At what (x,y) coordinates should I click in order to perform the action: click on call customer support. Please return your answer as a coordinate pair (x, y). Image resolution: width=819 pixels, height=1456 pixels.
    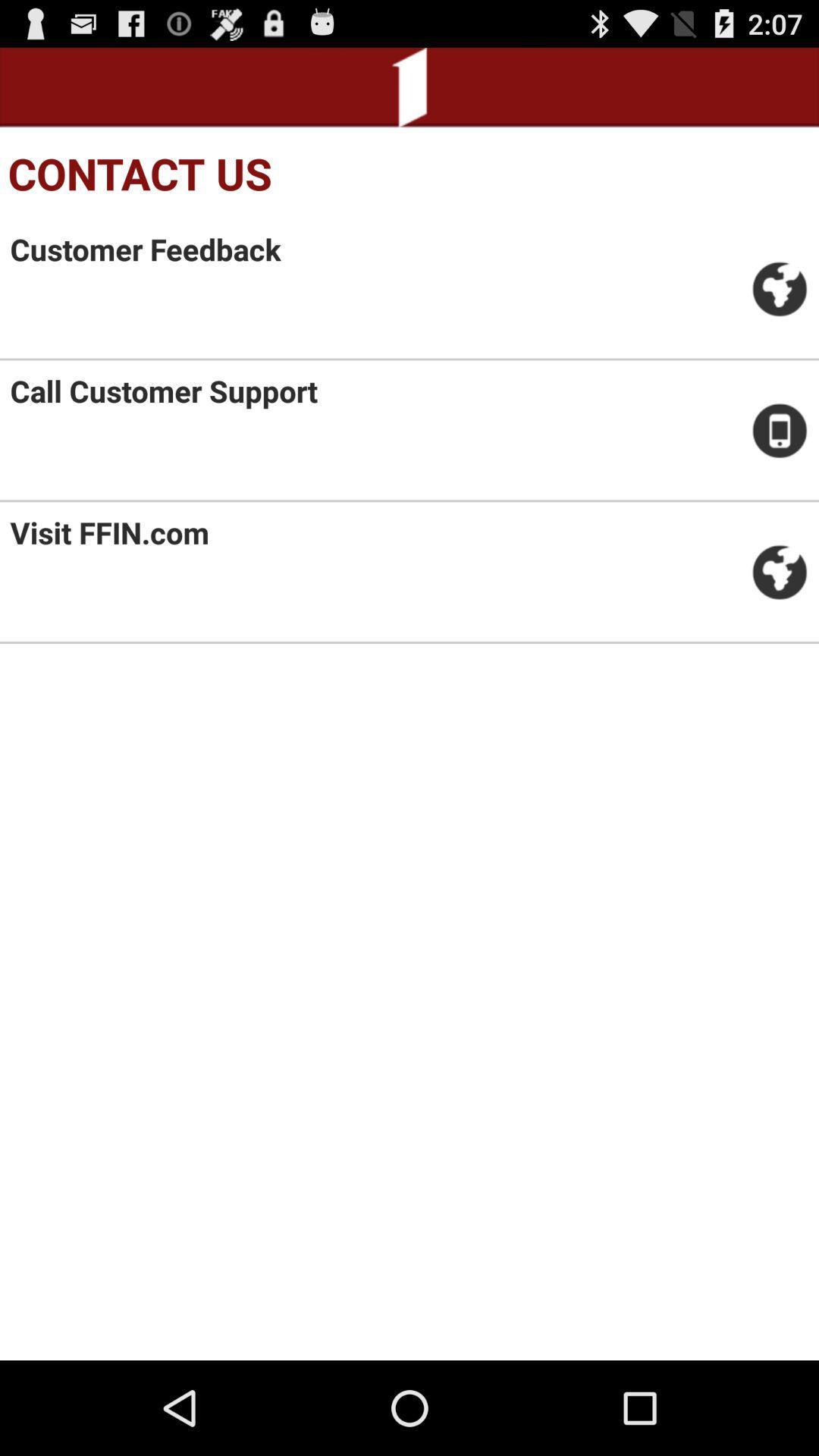
    Looking at the image, I should click on (164, 391).